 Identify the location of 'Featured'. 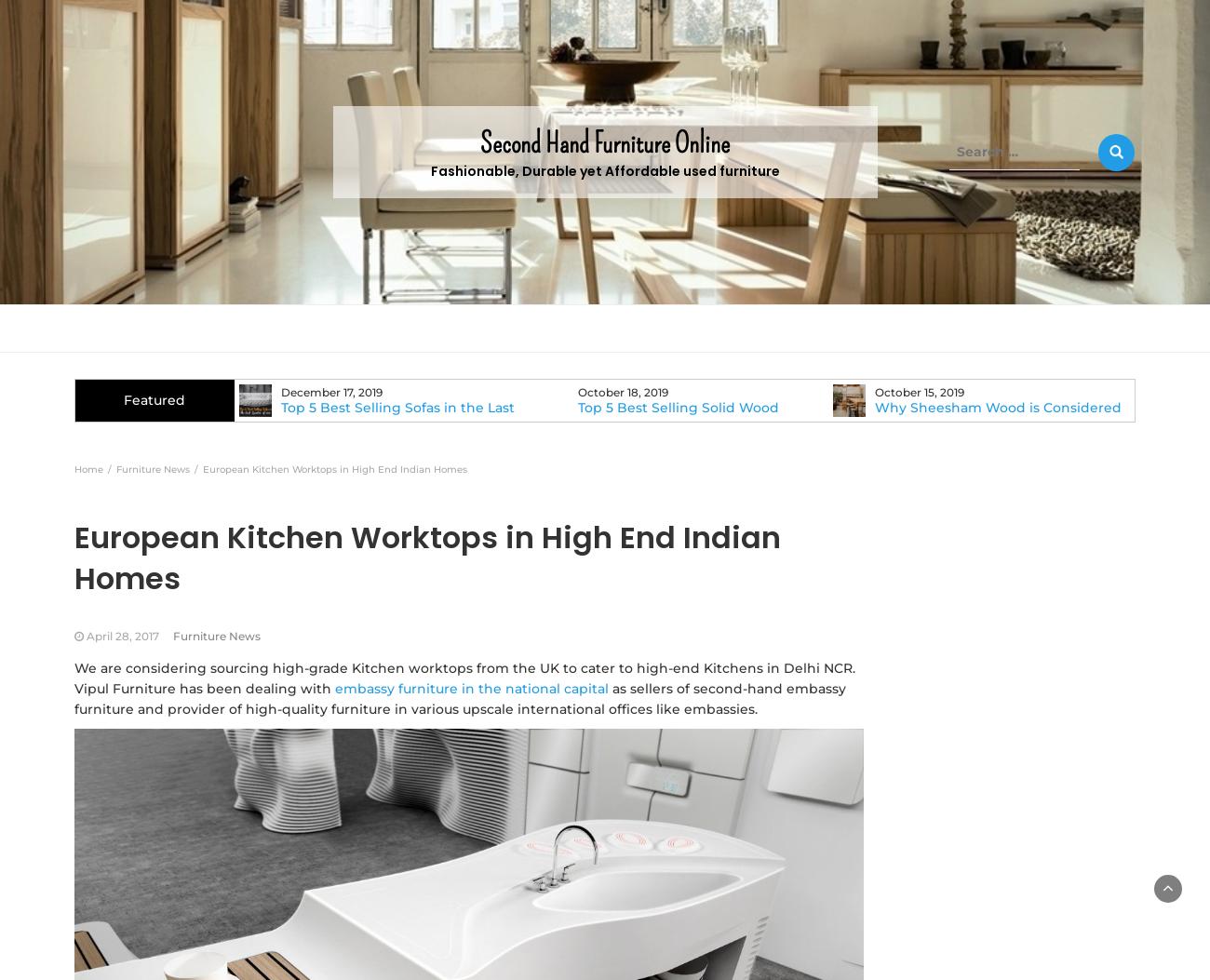
(155, 400).